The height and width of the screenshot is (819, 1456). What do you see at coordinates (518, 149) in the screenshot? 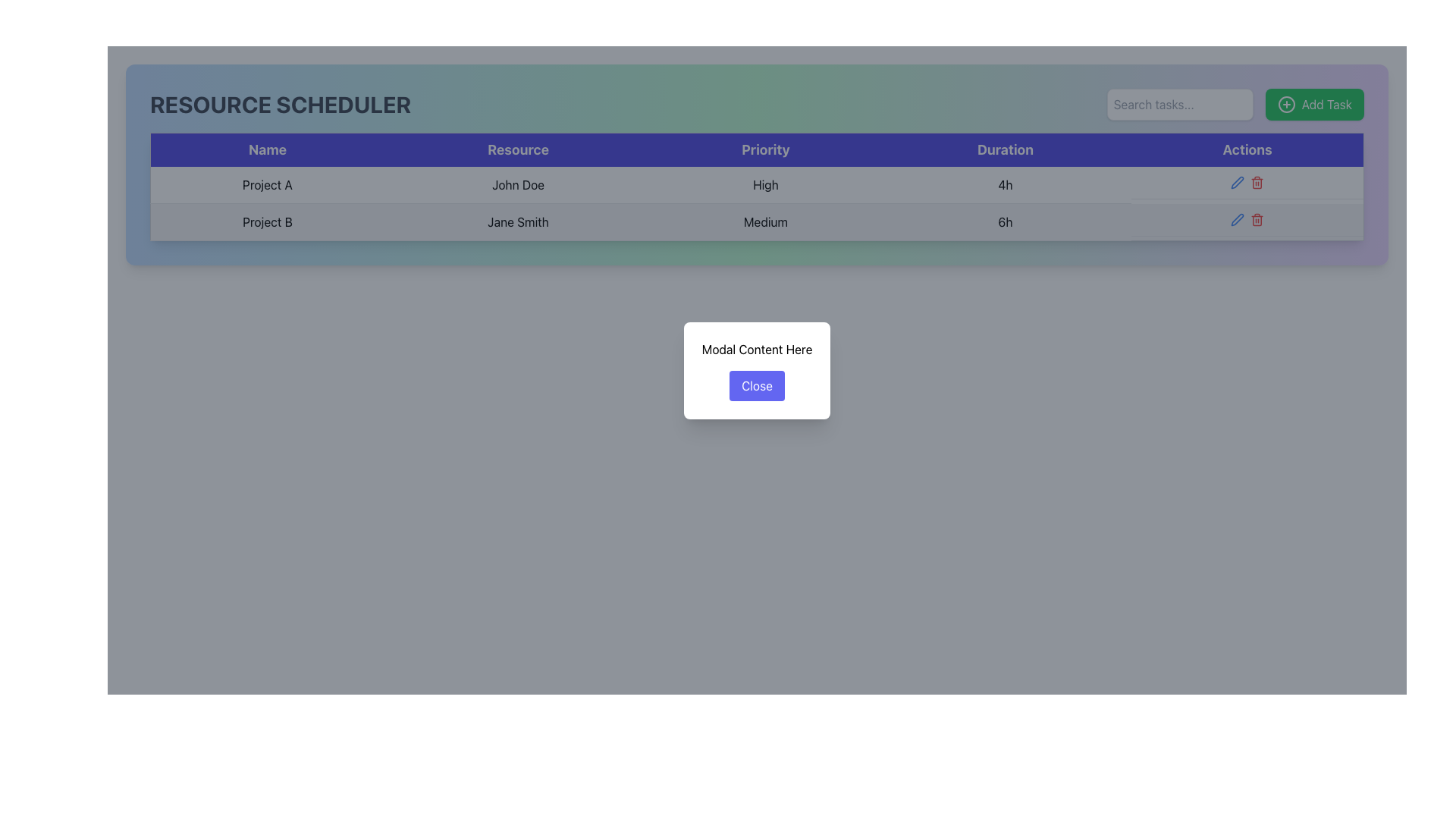
I see `the 'Resource' column header text label, which is located in the second column of a 5-column header row in a table-like UI, between 'Name' and 'Priority'` at bounding box center [518, 149].